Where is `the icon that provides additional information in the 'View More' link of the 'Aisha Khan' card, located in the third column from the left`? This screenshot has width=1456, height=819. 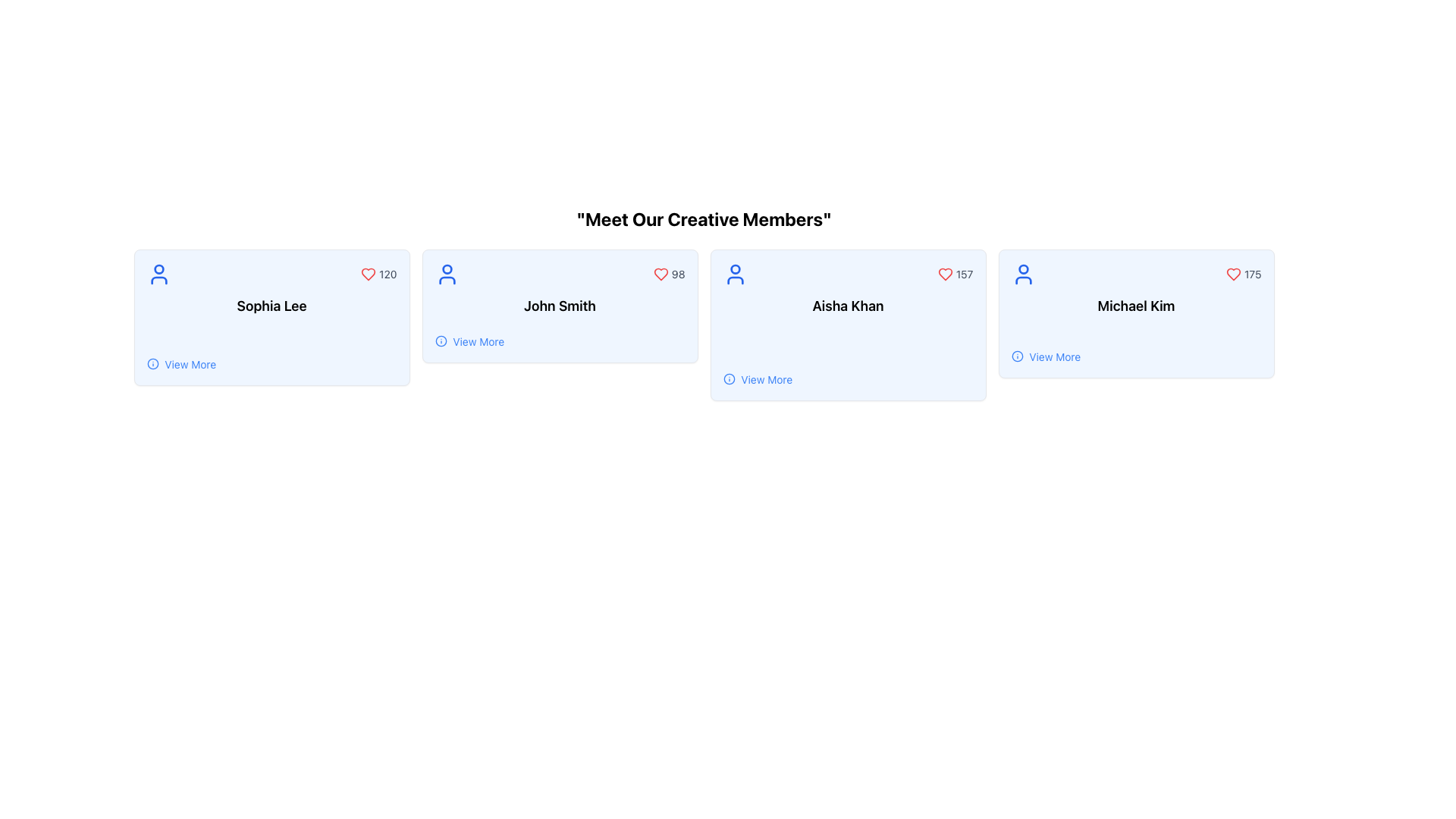
the icon that provides additional information in the 'View More' link of the 'Aisha Khan' card, located in the third column from the left is located at coordinates (729, 378).